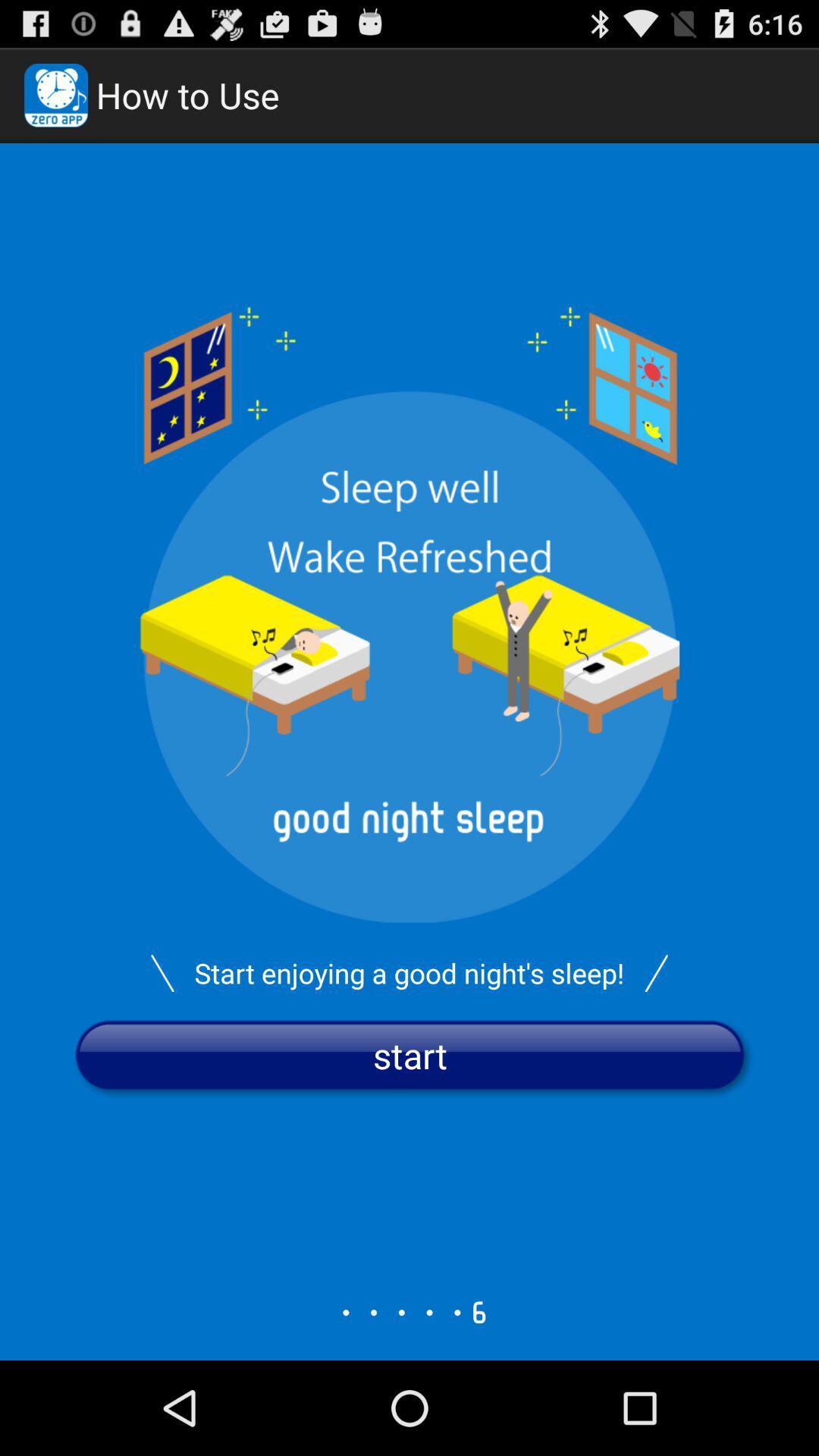 This screenshot has width=819, height=1456. What do you see at coordinates (655, 973) in the screenshot?
I see `symbol next to text sleep at the bottom` at bounding box center [655, 973].